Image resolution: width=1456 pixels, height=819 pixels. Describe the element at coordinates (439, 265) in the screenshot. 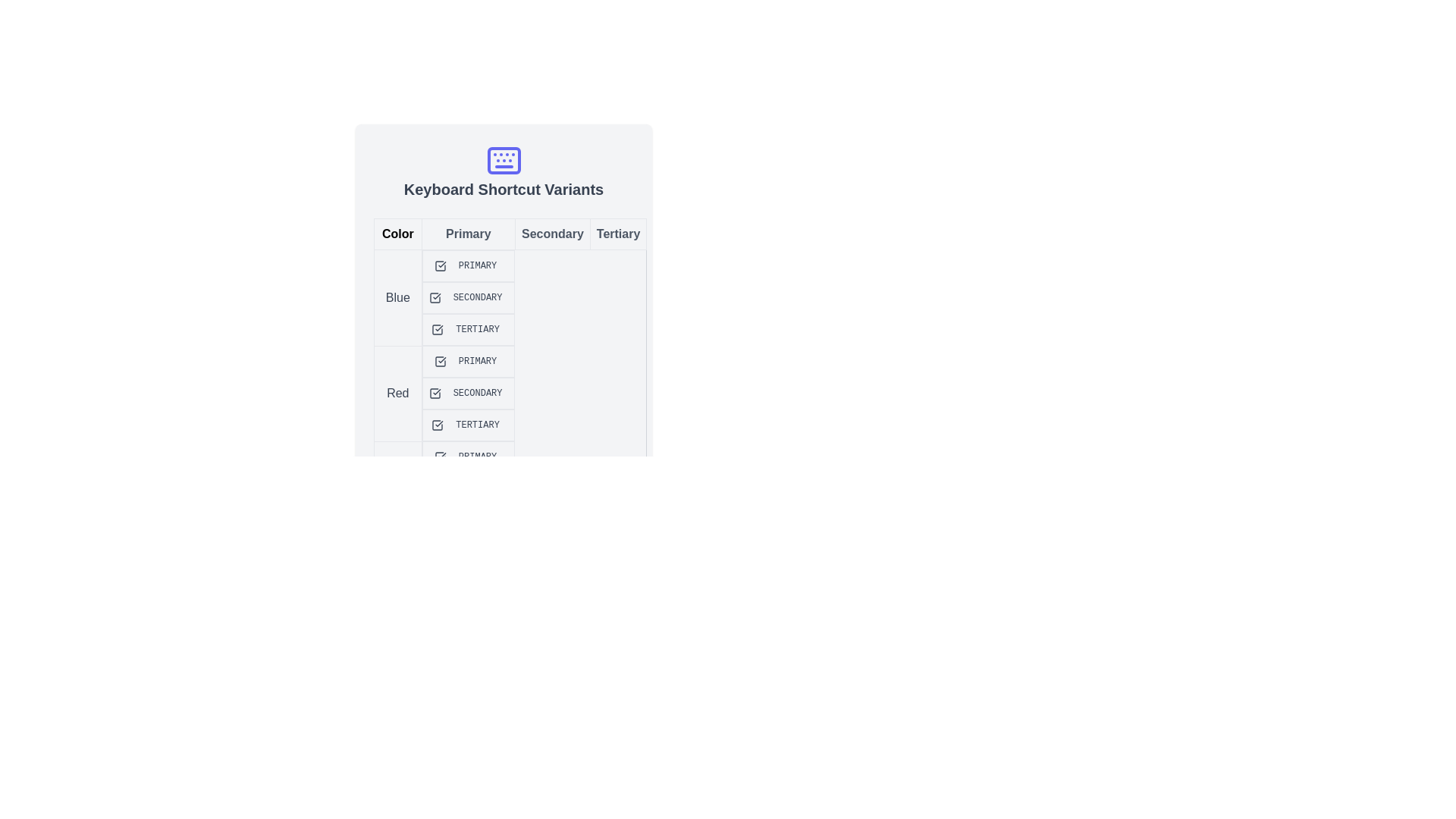

I see `the blue checkbox icon labeled 'Primary'` at that location.